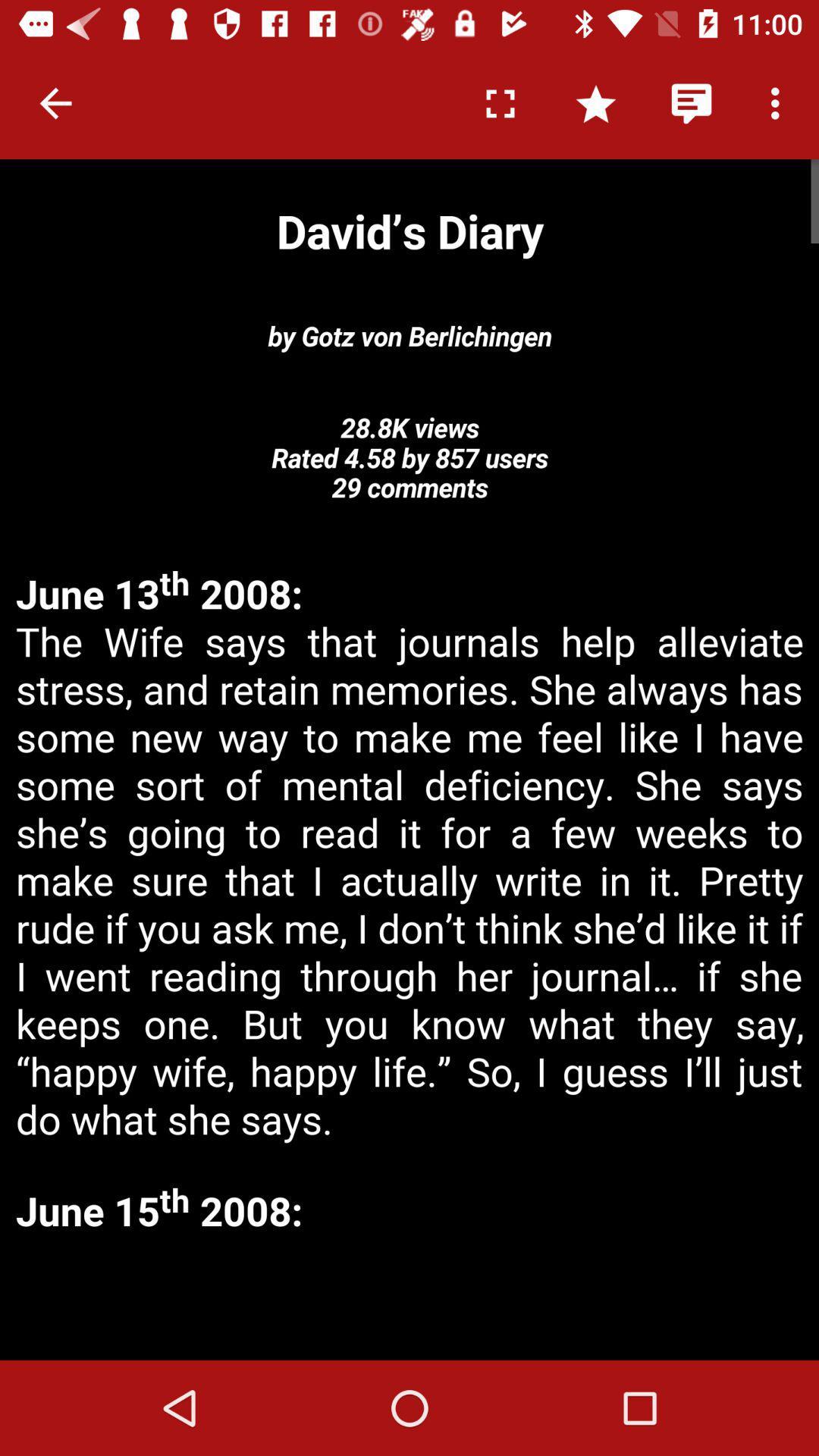 This screenshot has width=819, height=1456. I want to click on begin typing, so click(409, 1299).